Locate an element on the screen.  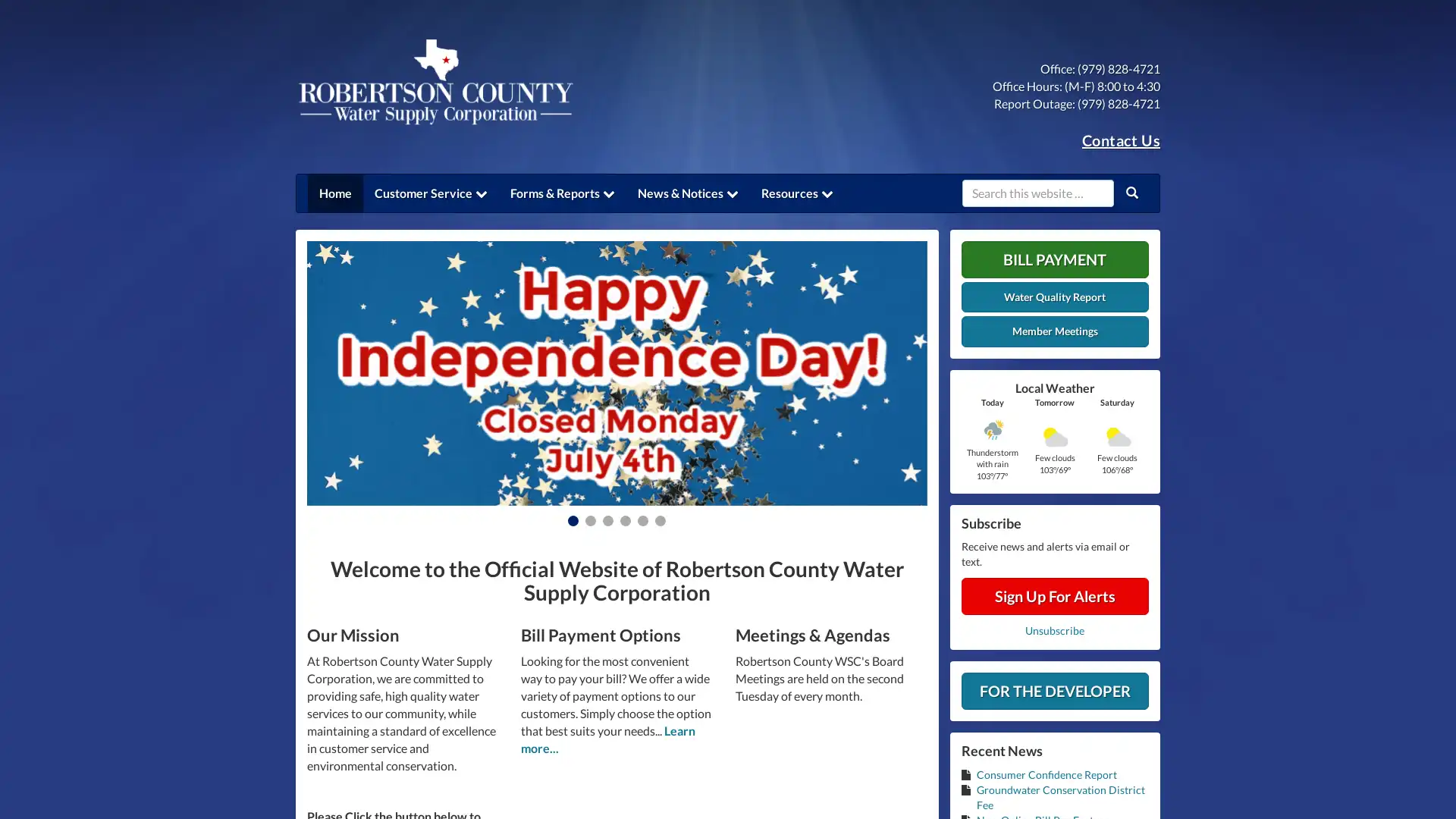
Next Slide is located at coordinates (880, 372).